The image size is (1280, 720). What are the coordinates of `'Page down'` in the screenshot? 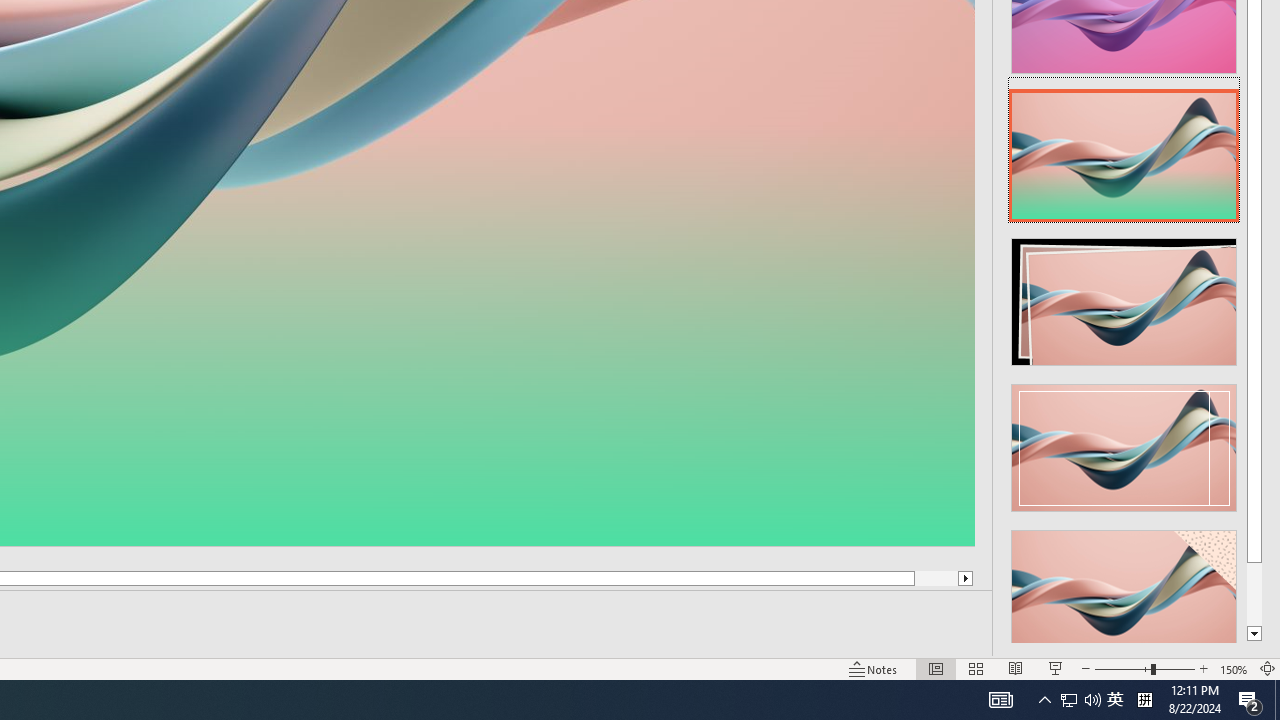 It's located at (1253, 593).